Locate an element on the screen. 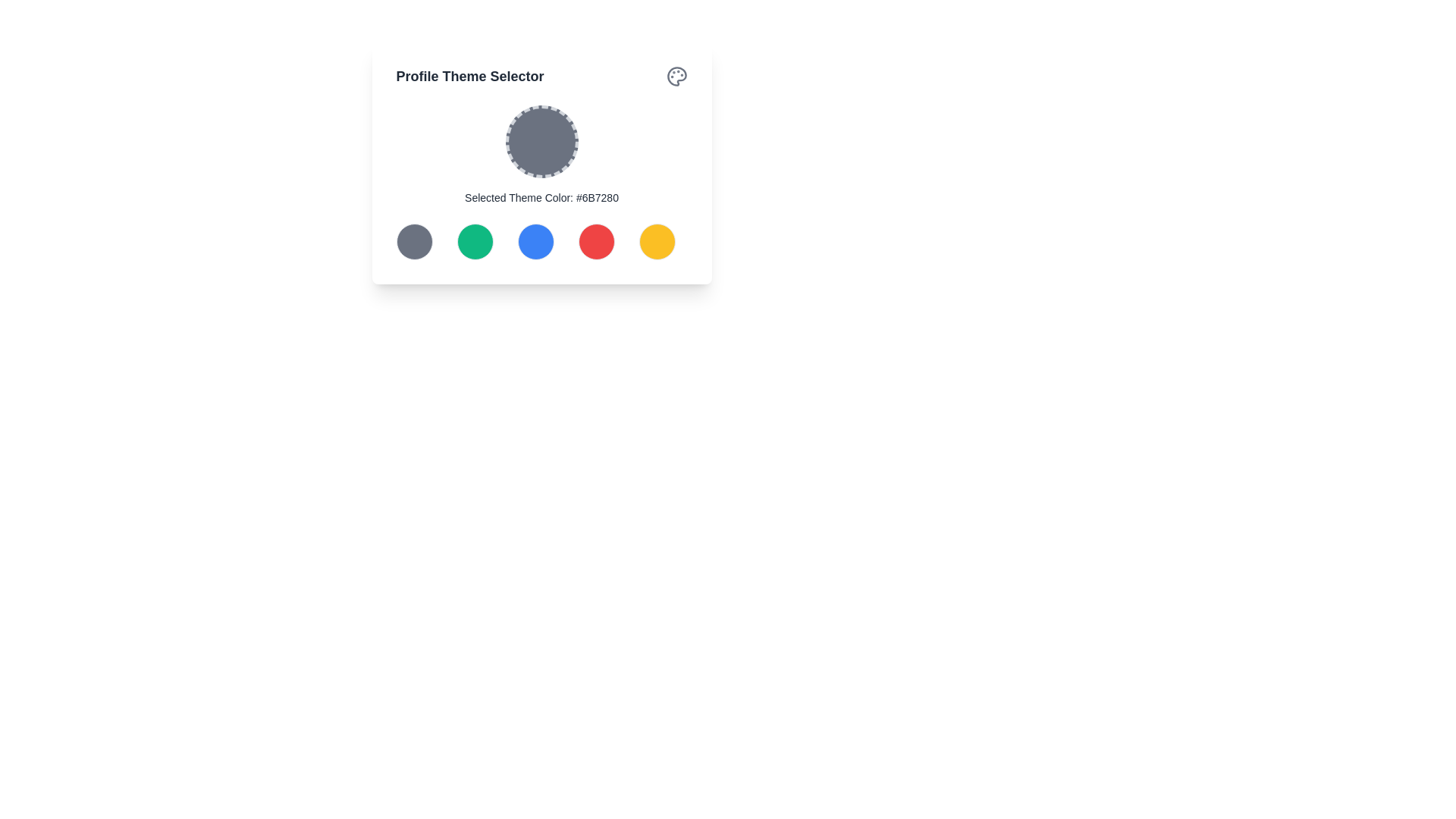 This screenshot has height=819, width=1456. the Header Bar located at the top of the modal, which serves as the title for the theme selection section is located at coordinates (541, 76).